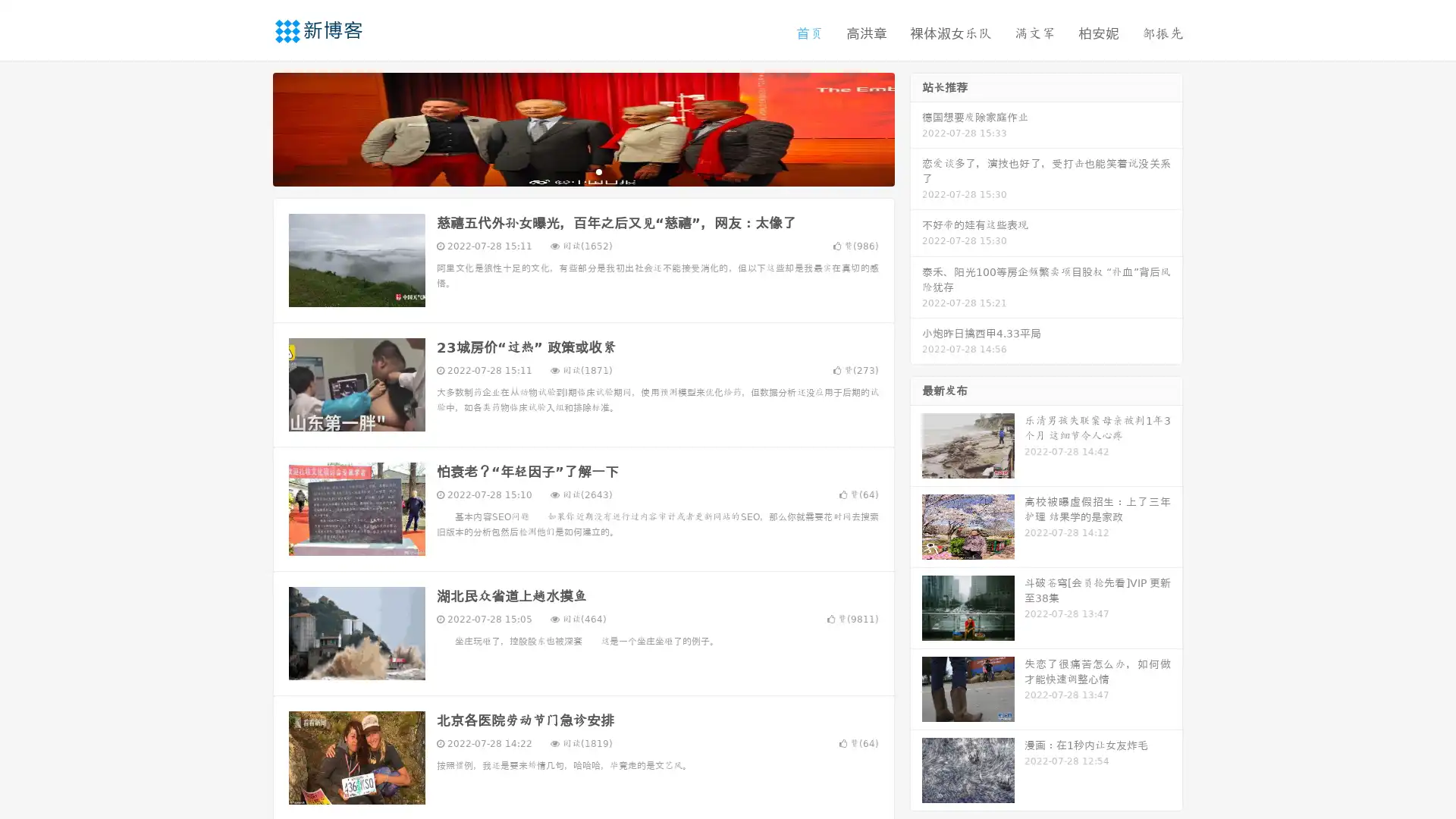 This screenshot has width=1456, height=819. I want to click on Go to slide 1, so click(567, 171).